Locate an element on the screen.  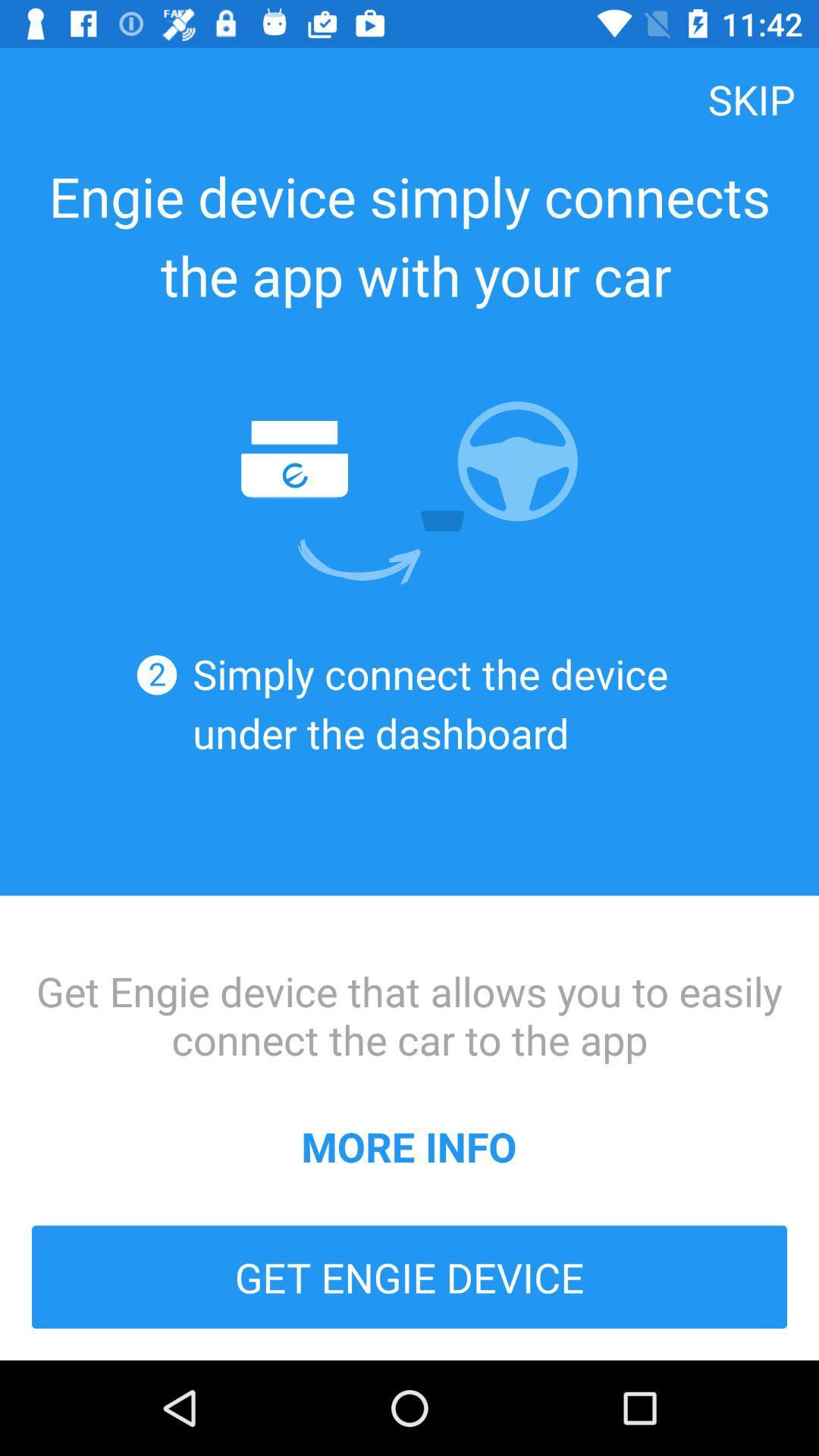
skip item is located at coordinates (752, 98).